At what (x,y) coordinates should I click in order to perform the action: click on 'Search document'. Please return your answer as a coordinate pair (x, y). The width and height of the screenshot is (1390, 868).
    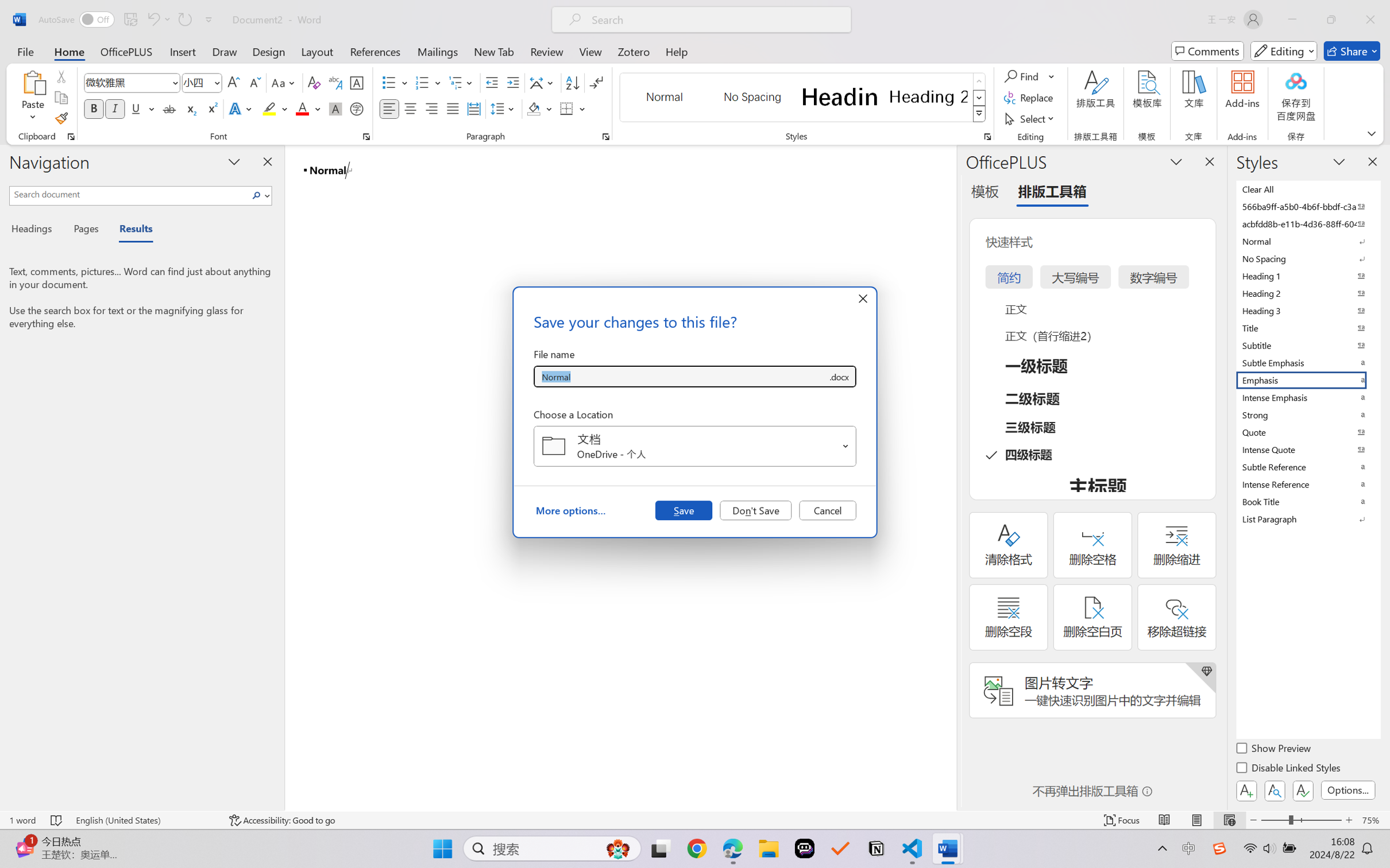
    Looking at the image, I should click on (129, 193).